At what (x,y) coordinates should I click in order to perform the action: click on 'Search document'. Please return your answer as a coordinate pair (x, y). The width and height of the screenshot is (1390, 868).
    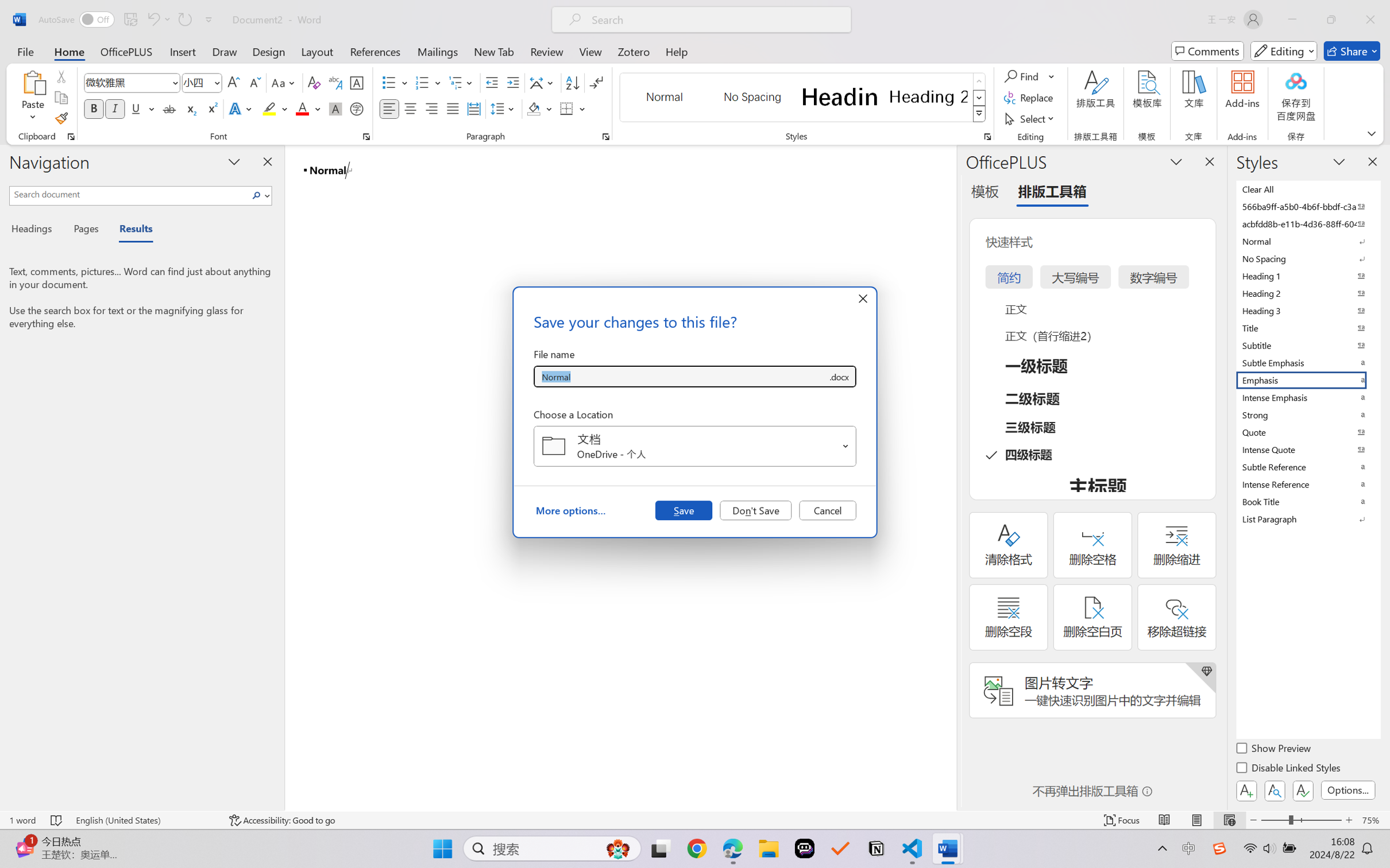
    Looking at the image, I should click on (129, 193).